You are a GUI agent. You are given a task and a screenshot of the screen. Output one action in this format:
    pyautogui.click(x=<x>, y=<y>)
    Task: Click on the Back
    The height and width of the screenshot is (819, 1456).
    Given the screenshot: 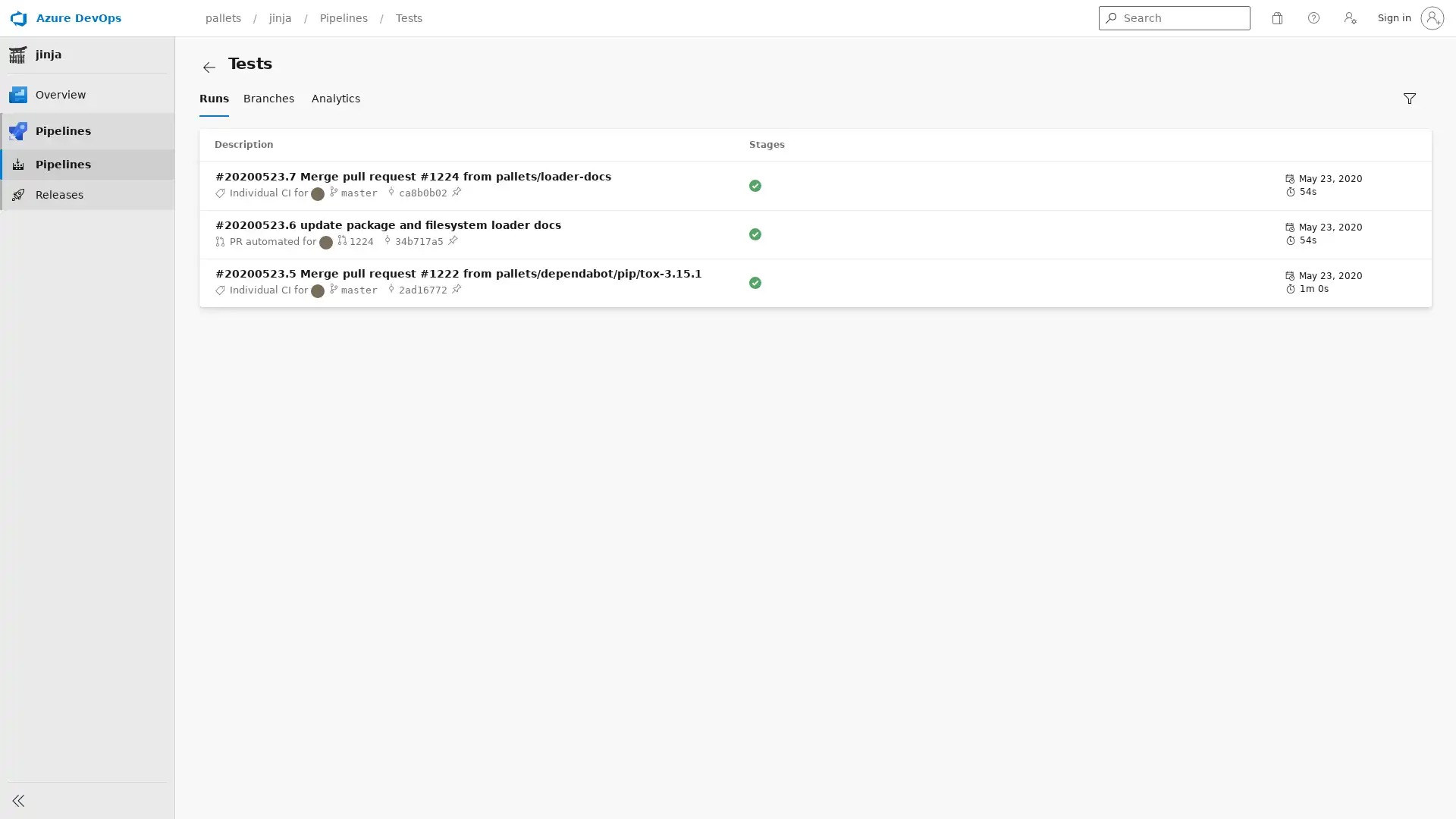 What is the action you would take?
    pyautogui.click(x=231, y=66)
    